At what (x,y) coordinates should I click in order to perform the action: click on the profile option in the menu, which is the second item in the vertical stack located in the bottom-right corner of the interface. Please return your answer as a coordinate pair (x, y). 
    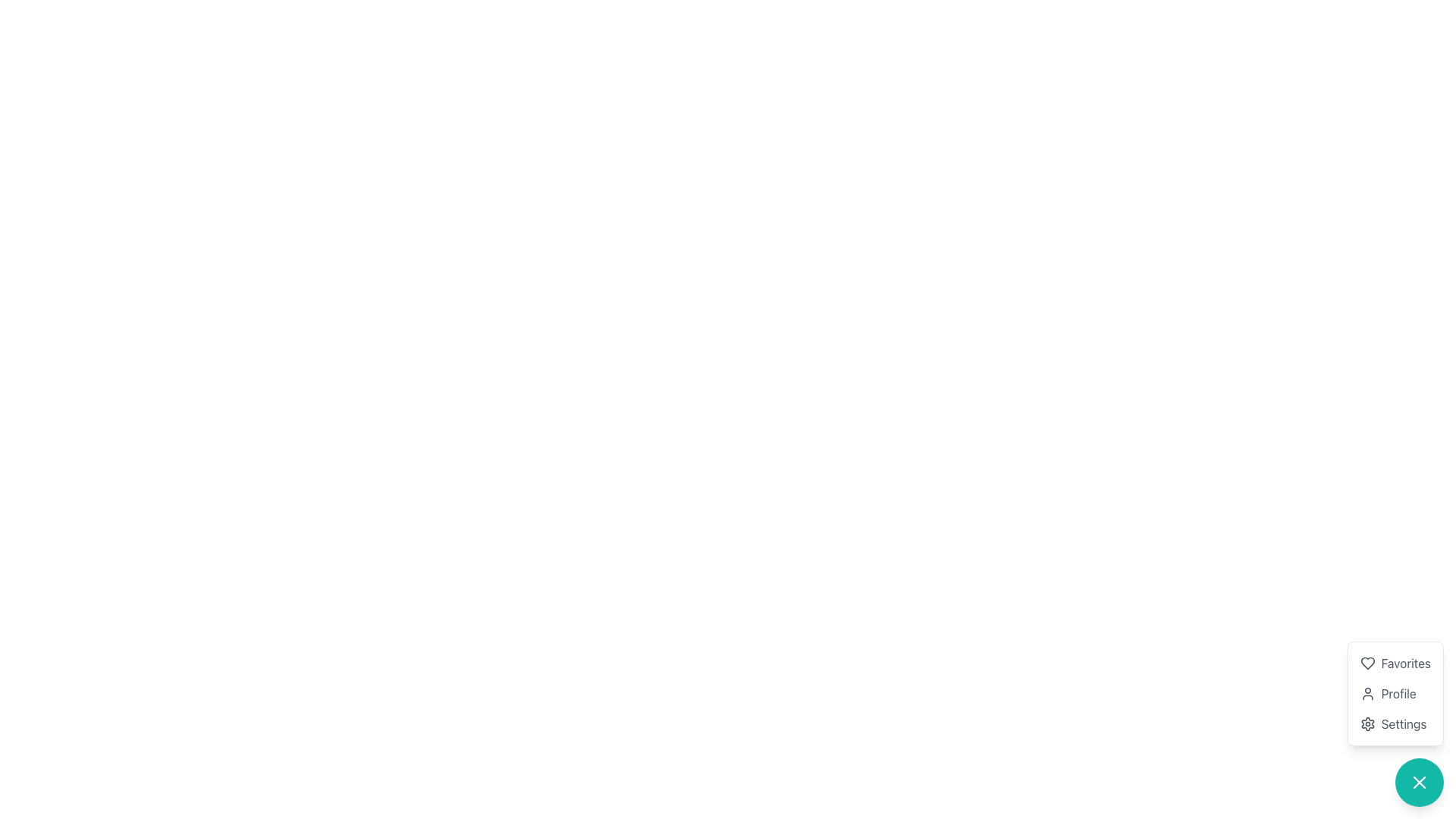
    Looking at the image, I should click on (1395, 693).